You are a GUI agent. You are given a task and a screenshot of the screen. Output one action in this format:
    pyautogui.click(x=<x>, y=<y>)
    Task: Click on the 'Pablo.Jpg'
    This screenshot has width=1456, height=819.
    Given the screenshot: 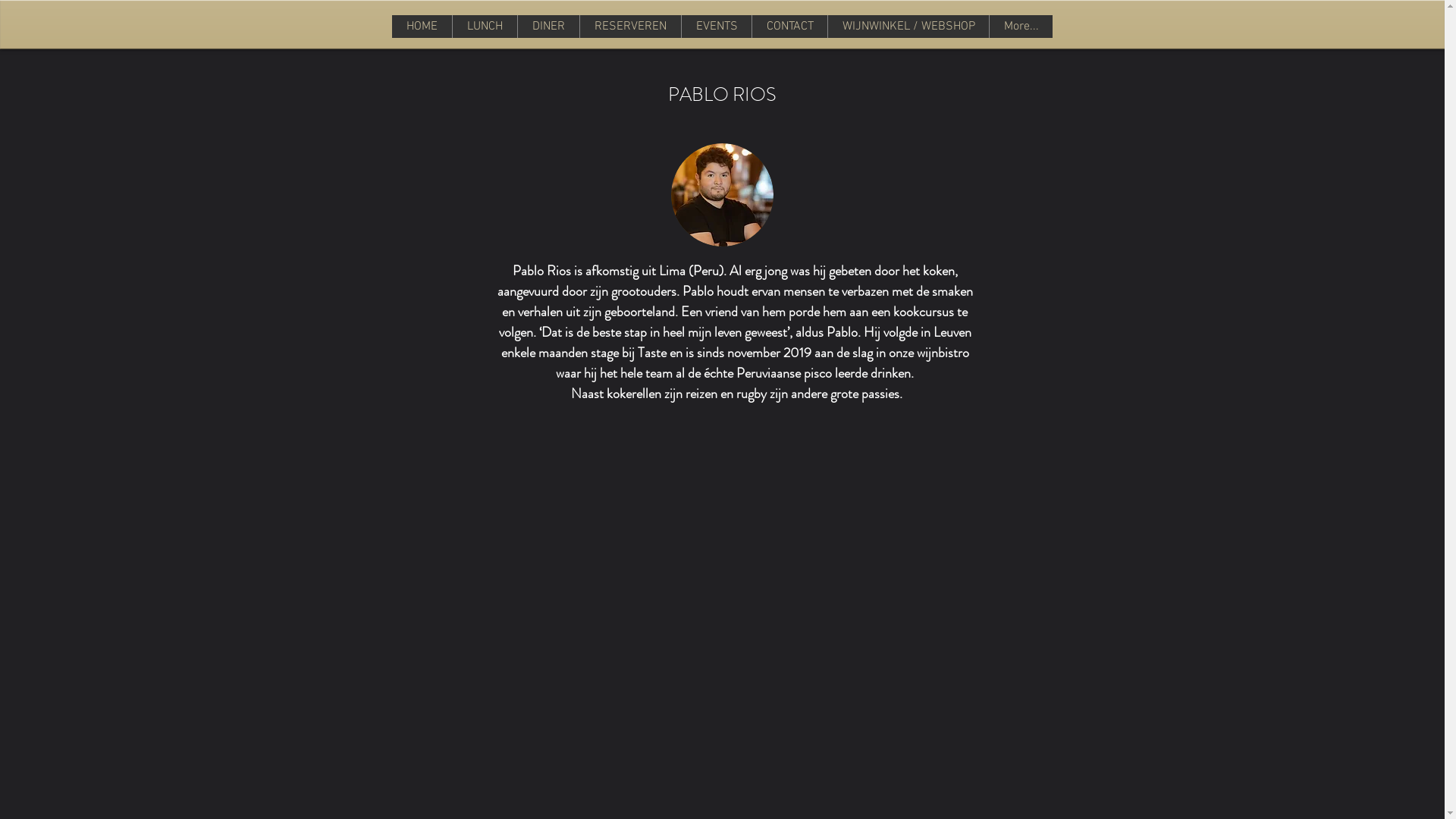 What is the action you would take?
    pyautogui.click(x=720, y=194)
    